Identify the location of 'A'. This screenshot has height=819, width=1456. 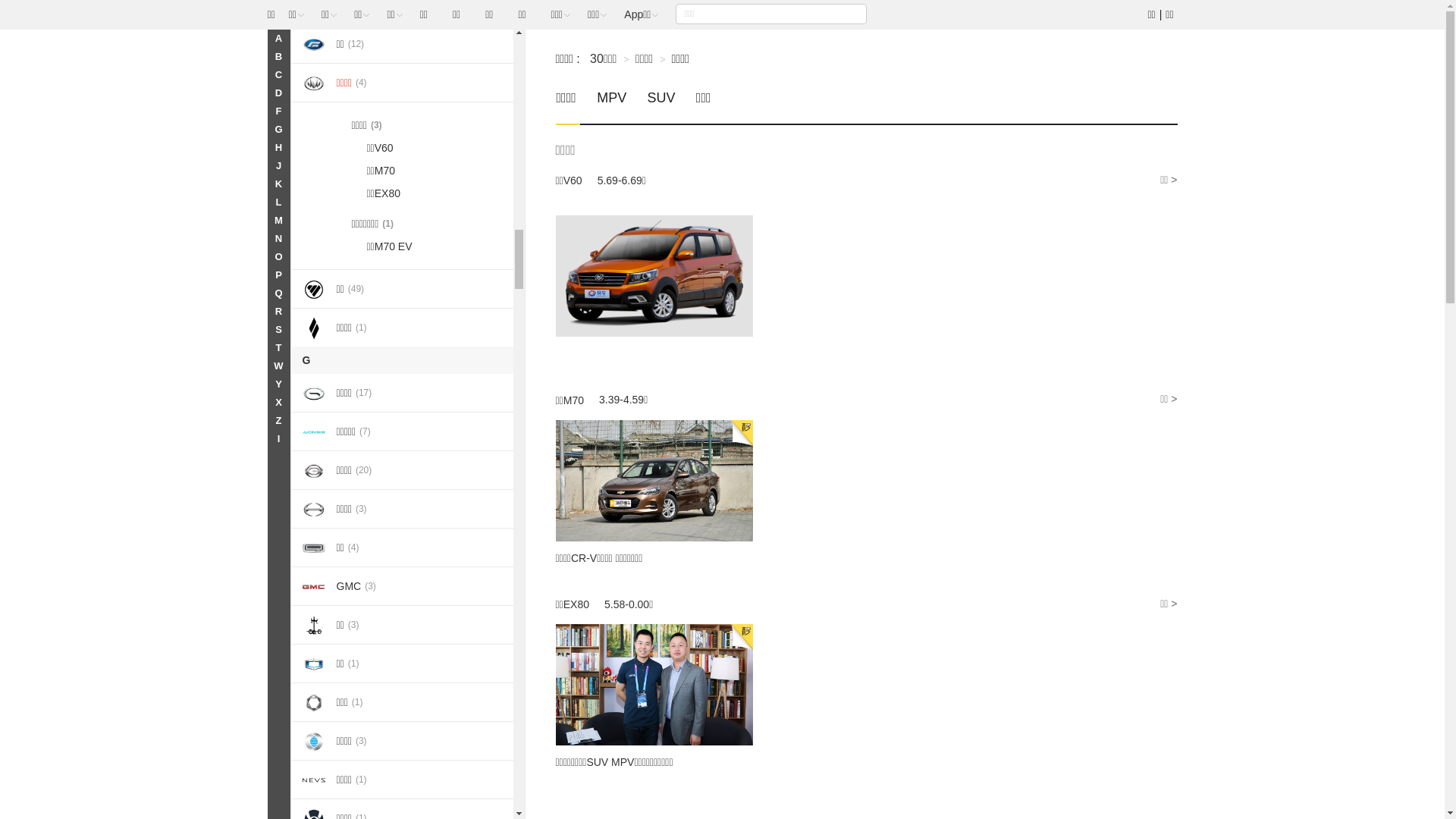
(278, 37).